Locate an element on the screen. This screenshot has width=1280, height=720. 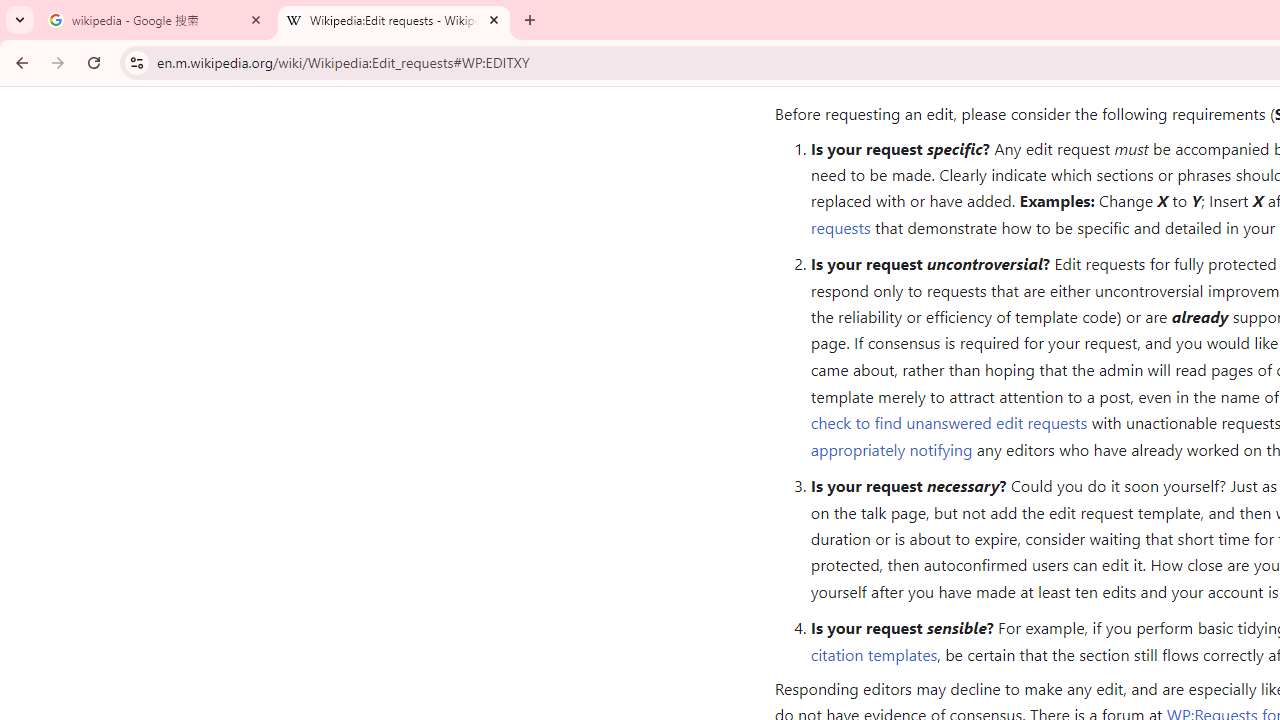
'Wikipedia:Edit requests - Wikipedia' is located at coordinates (394, 20).